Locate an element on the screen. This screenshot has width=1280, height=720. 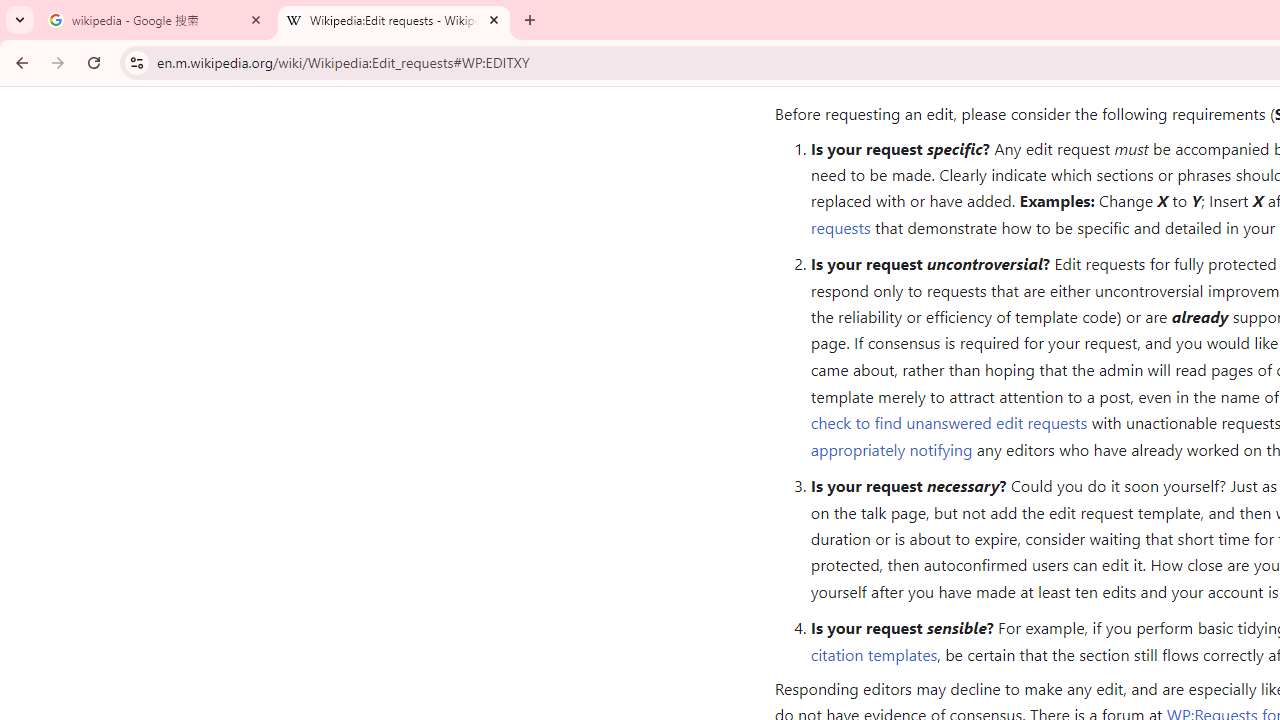
'Wikipedia:Edit requests - Wikipedia' is located at coordinates (394, 20).